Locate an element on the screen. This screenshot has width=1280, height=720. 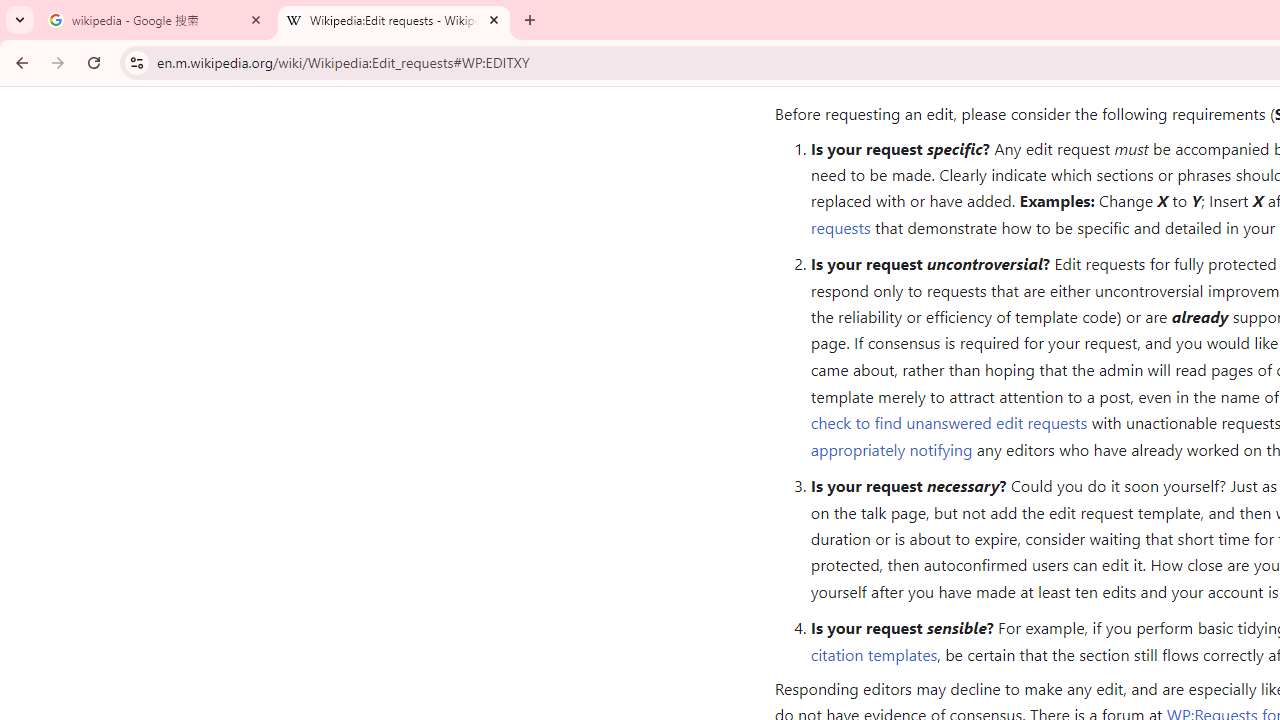
'Wikipedia:Edit requests - Wikipedia' is located at coordinates (394, 20).